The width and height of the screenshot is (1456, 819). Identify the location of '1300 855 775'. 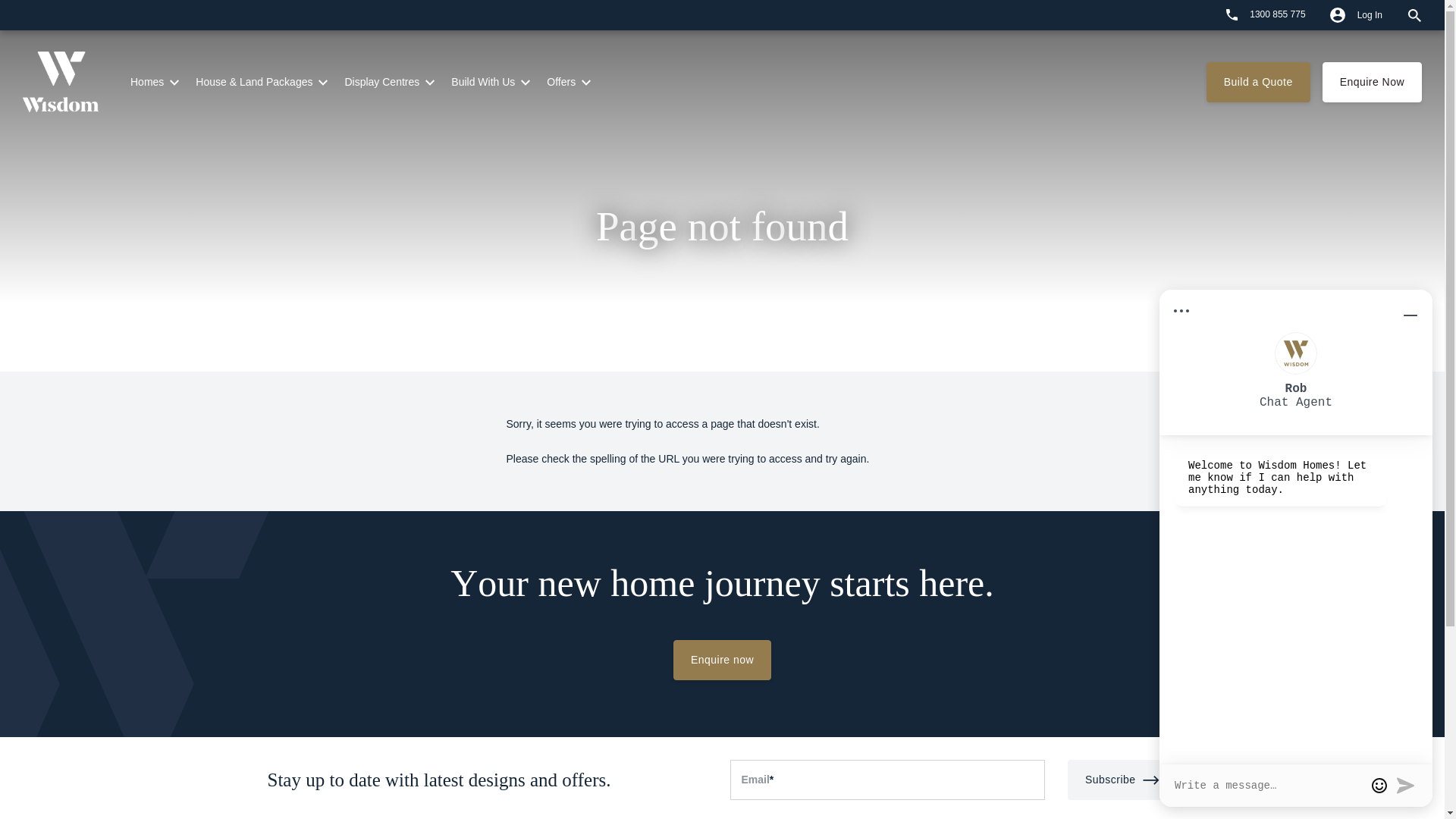
(1266, 14).